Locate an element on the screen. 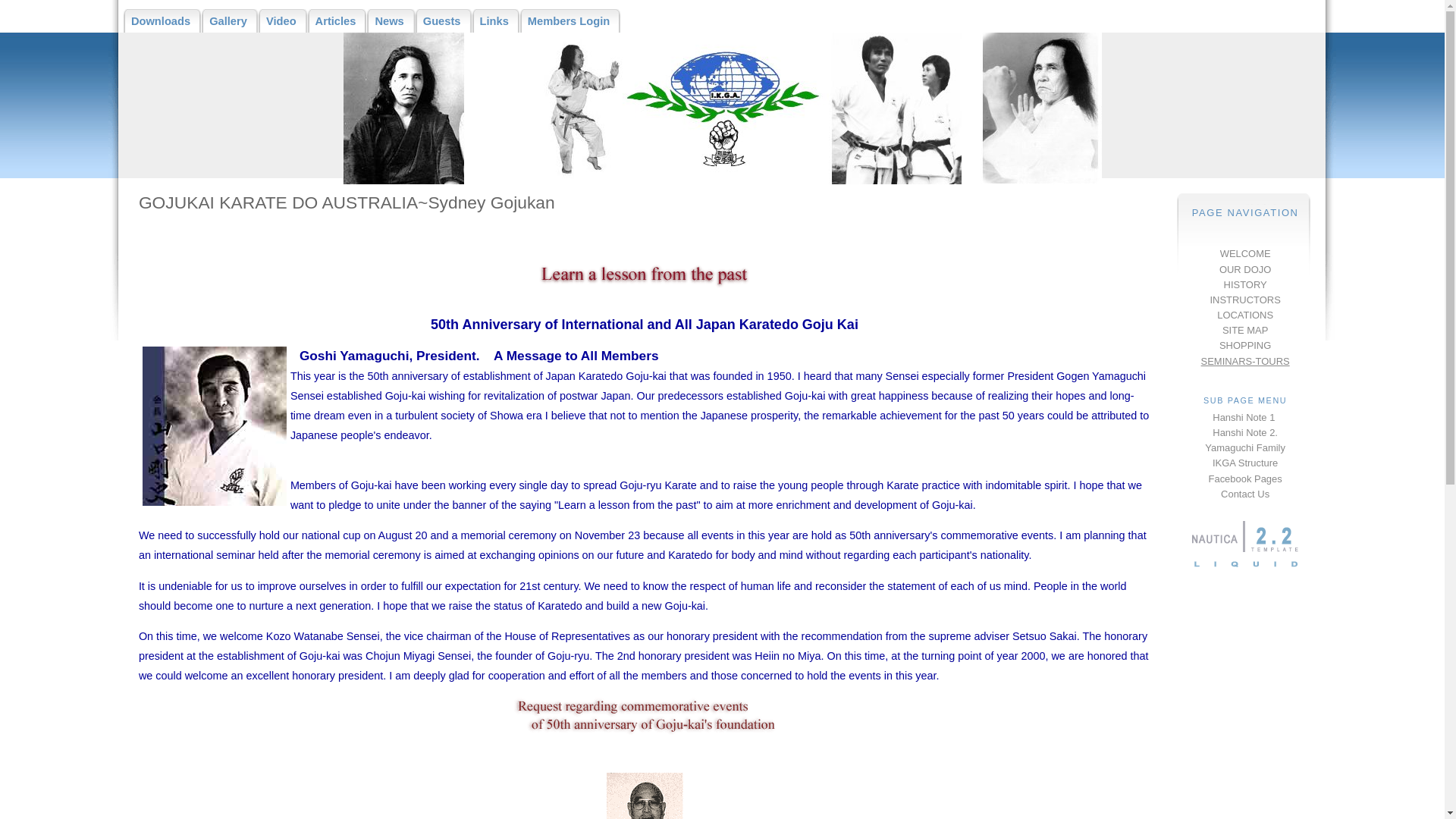 The height and width of the screenshot is (819, 1456). 'News' is located at coordinates (391, 20).